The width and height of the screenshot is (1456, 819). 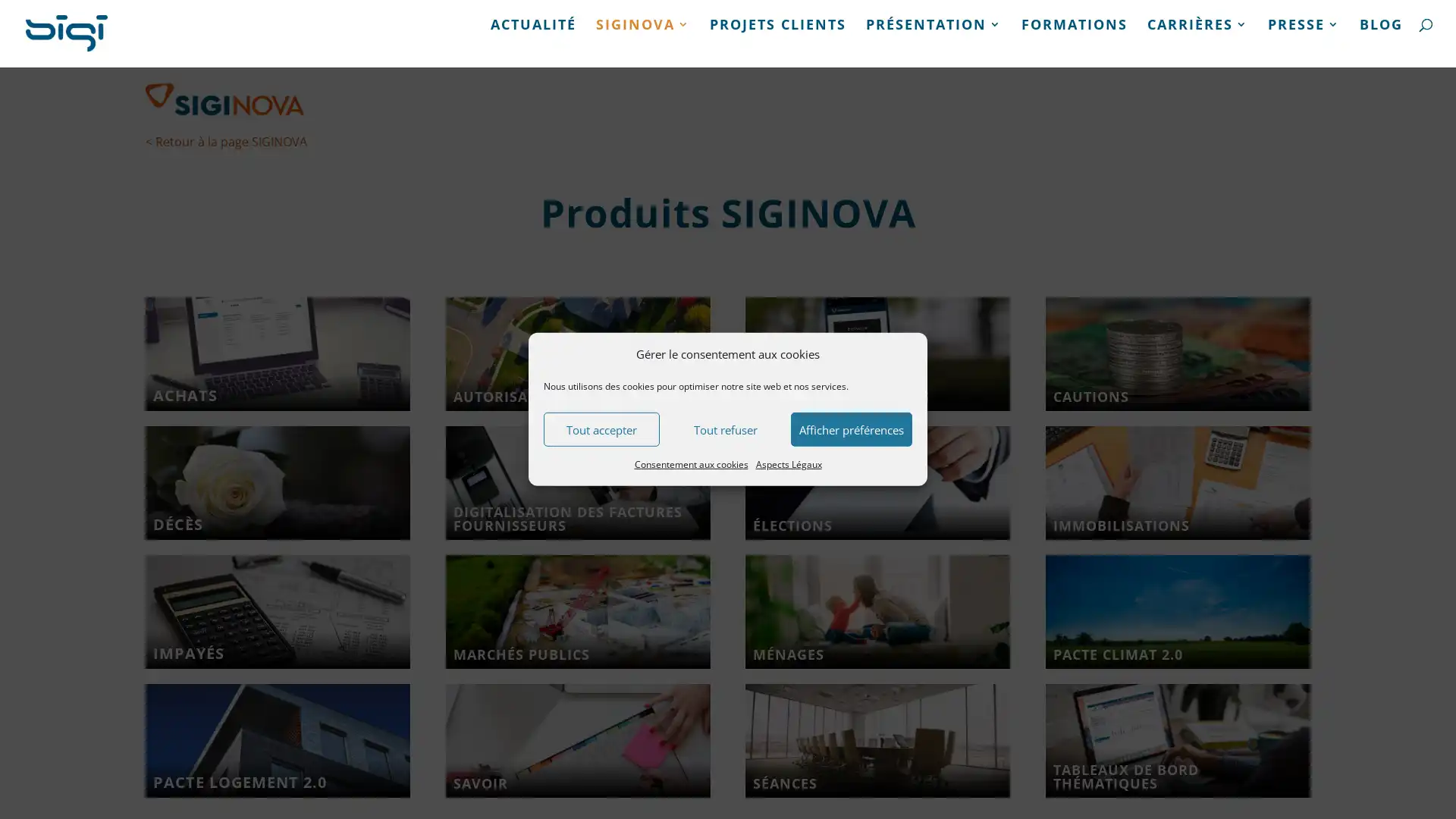 What do you see at coordinates (852, 429) in the screenshot?
I see `Afficher preferences` at bounding box center [852, 429].